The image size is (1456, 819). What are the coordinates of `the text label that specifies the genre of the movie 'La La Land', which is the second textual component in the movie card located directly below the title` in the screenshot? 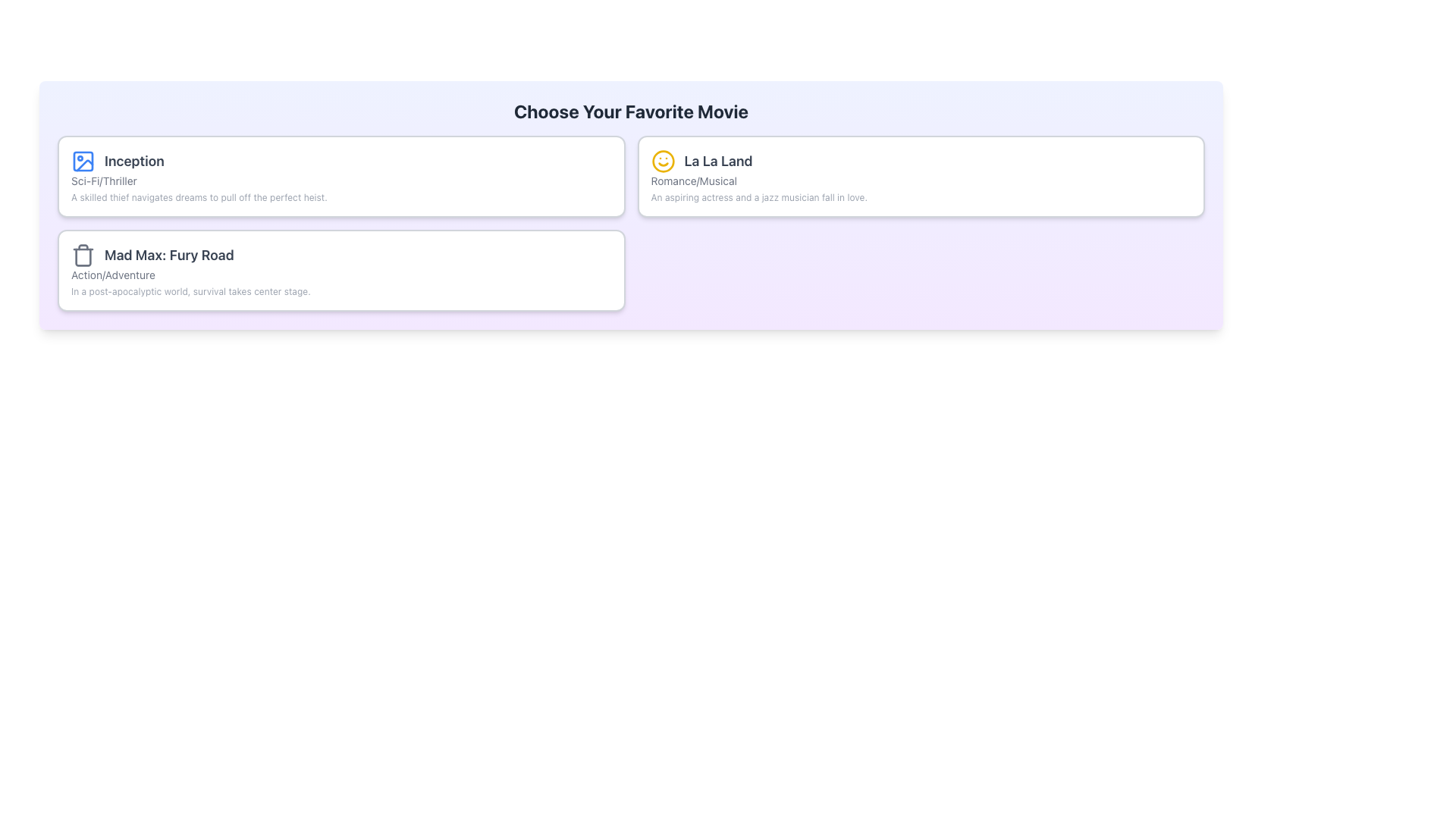 It's located at (693, 180).